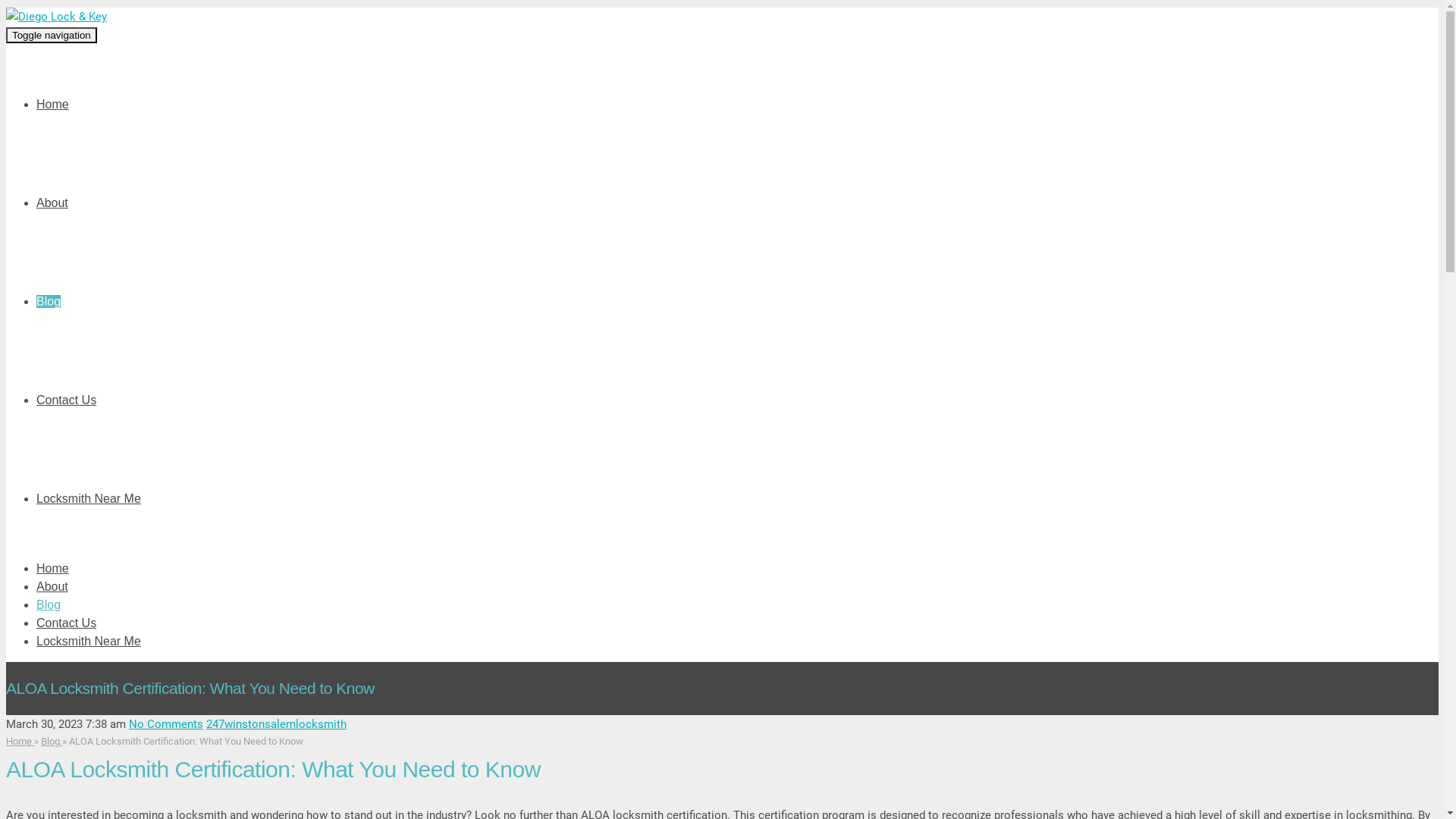 This screenshot has height=819, width=1456. Describe the element at coordinates (48, 301) in the screenshot. I see `'Blog'` at that location.